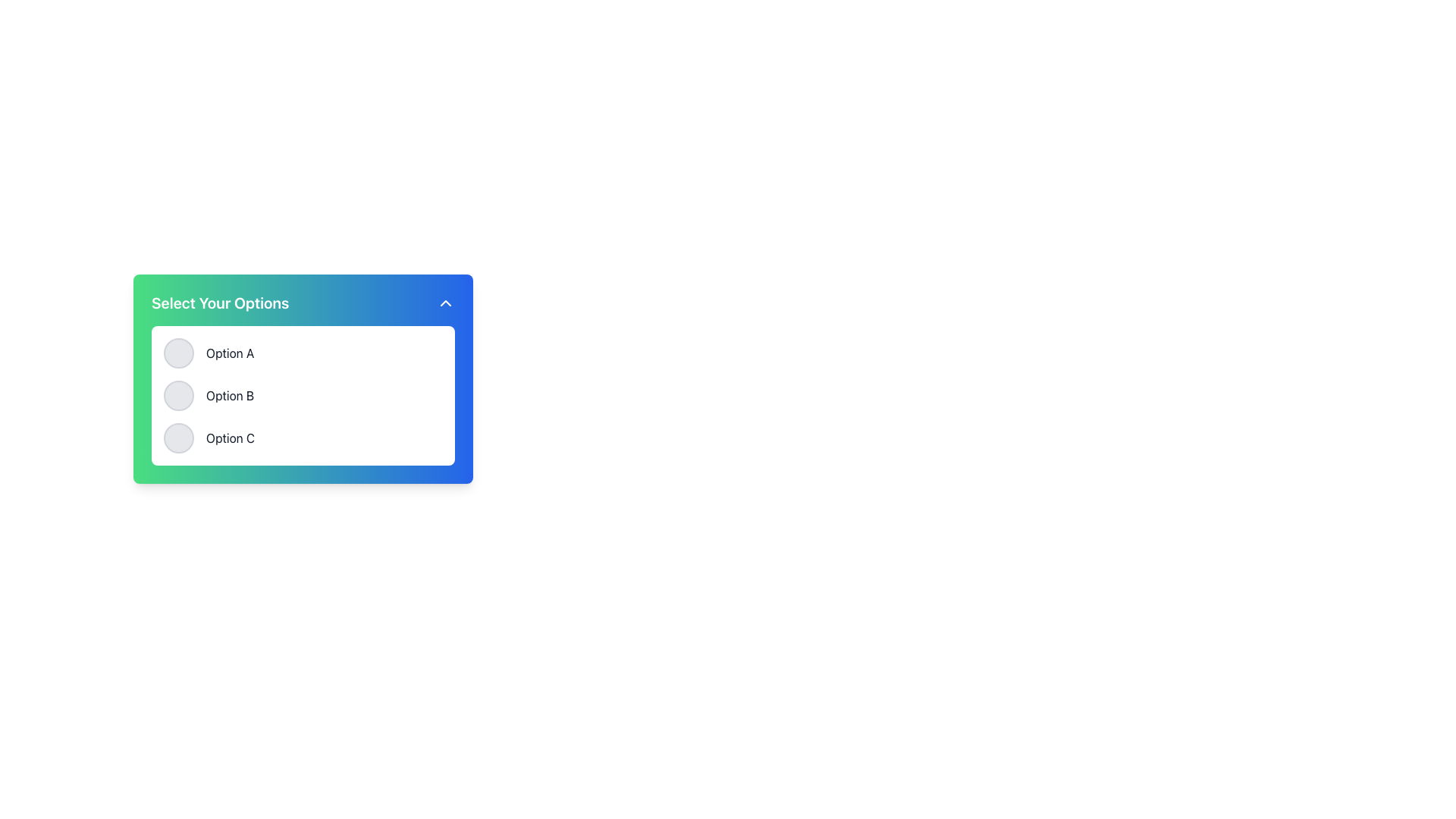 This screenshot has width=1456, height=819. I want to click on the circular radio button with a light gray background and thin gray border located to the left of 'Option C' in the third row of options, so click(178, 438).